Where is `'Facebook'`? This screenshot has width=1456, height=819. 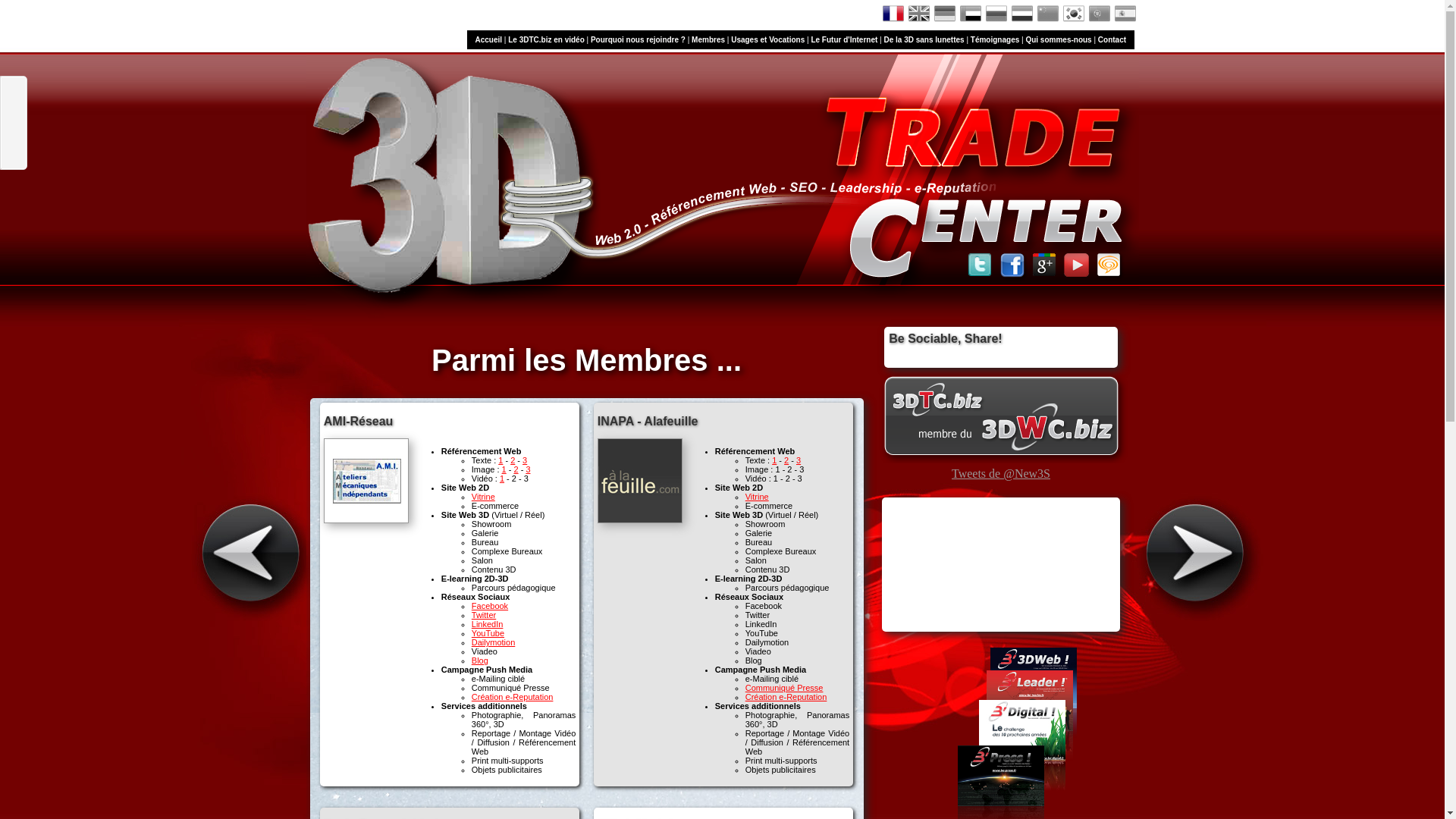
'Facebook' is located at coordinates (490, 604).